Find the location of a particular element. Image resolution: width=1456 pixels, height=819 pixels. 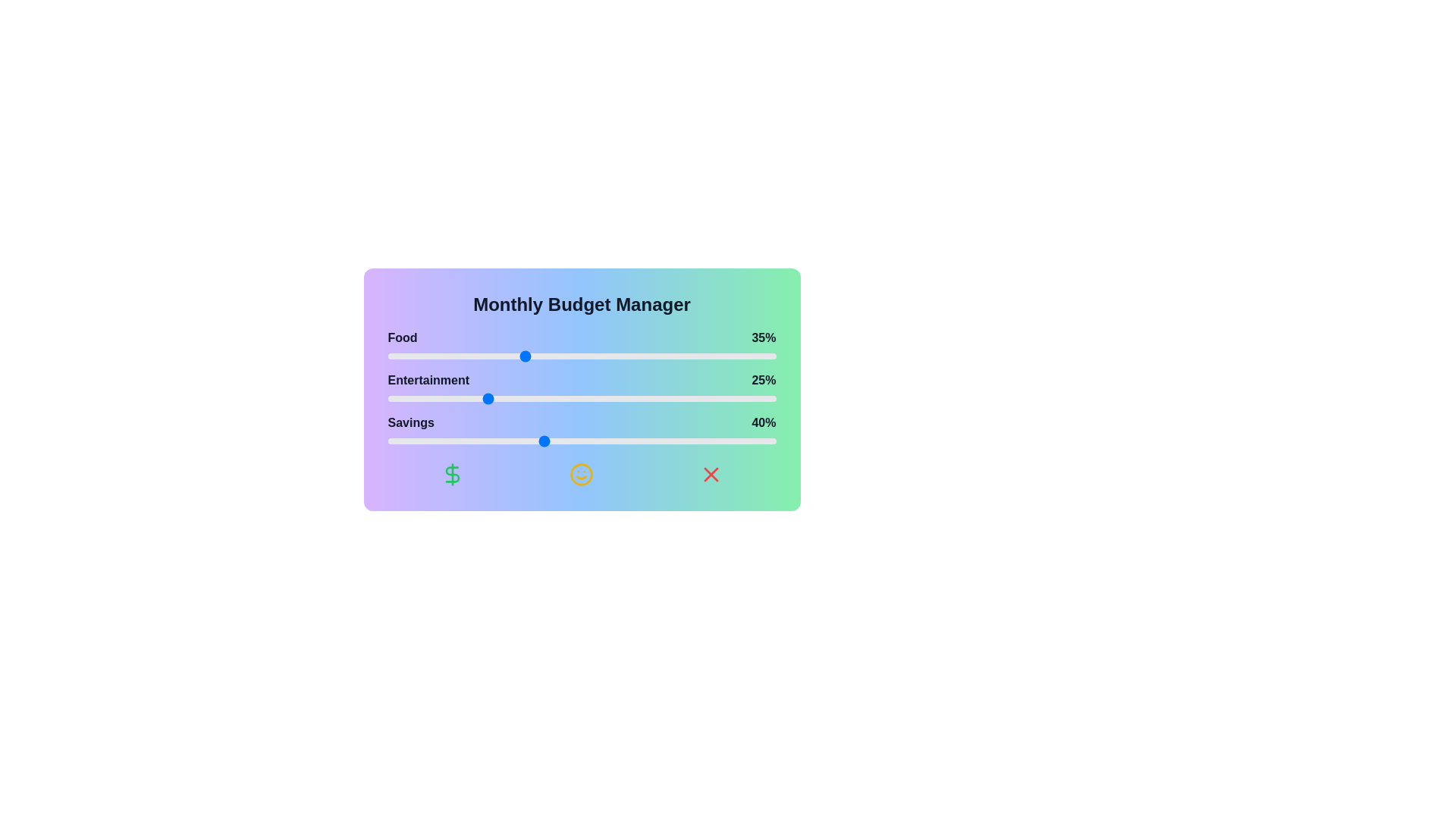

the red X icon to perform the cancel or reset action is located at coordinates (711, 473).